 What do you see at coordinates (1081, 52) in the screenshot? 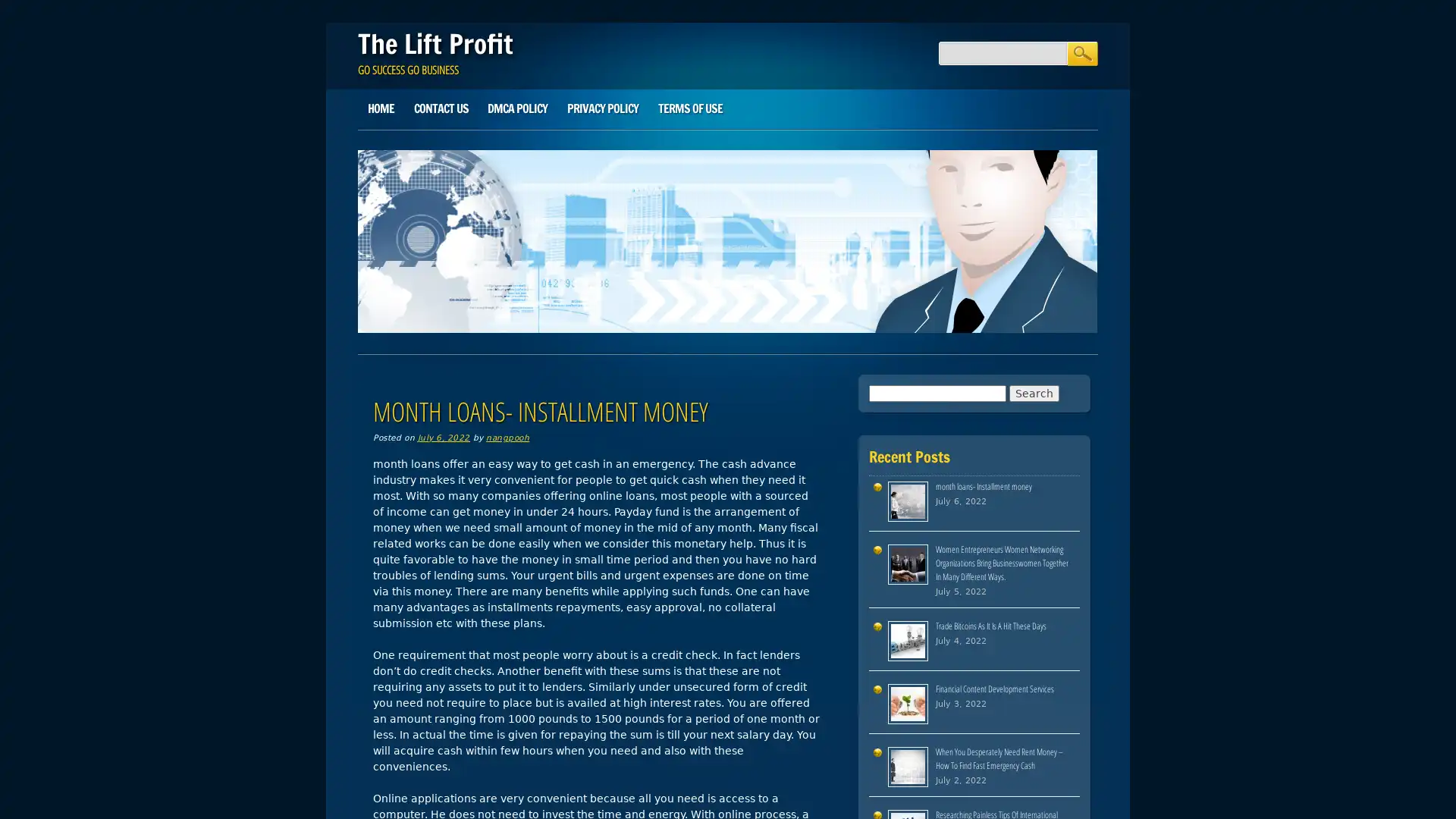
I see `Search` at bounding box center [1081, 52].